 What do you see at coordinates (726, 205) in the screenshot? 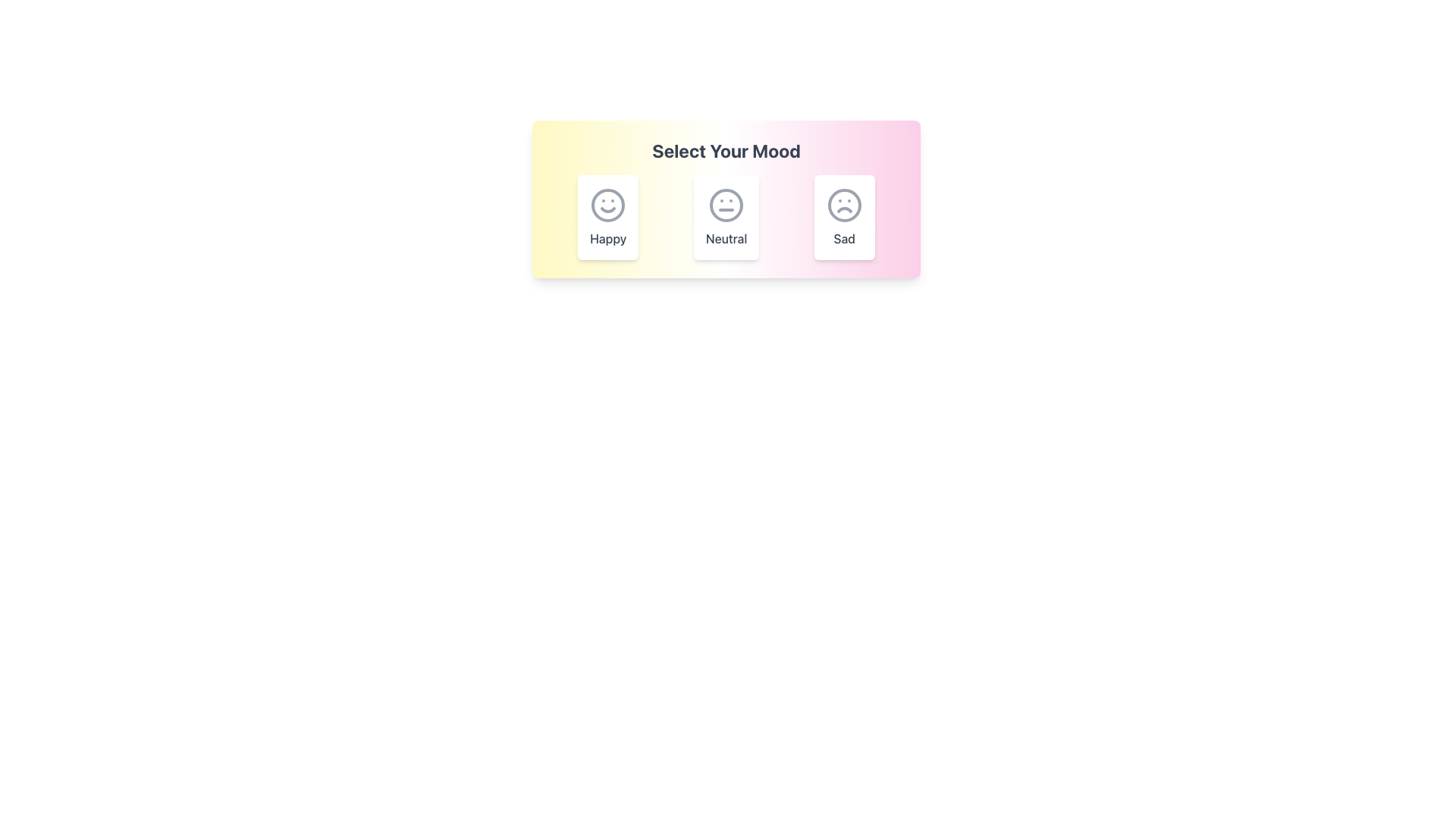
I see `the neutral face icon, which is a circular graphical element with a gray outline, located in the middle box labeled 'Neutral'` at bounding box center [726, 205].